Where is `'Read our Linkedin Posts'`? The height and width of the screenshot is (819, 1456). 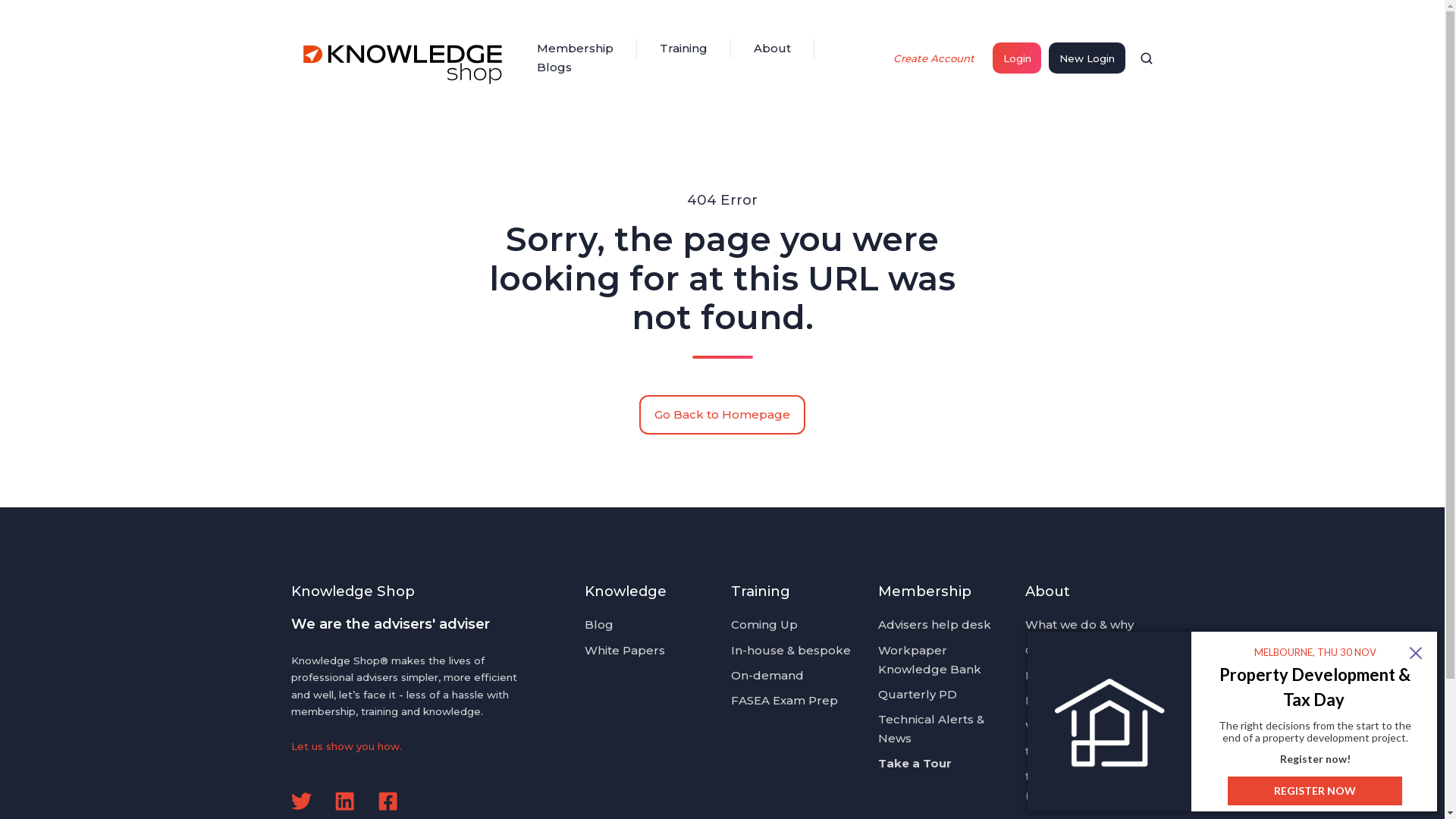 'Read our Linkedin Posts' is located at coordinates (334, 800).